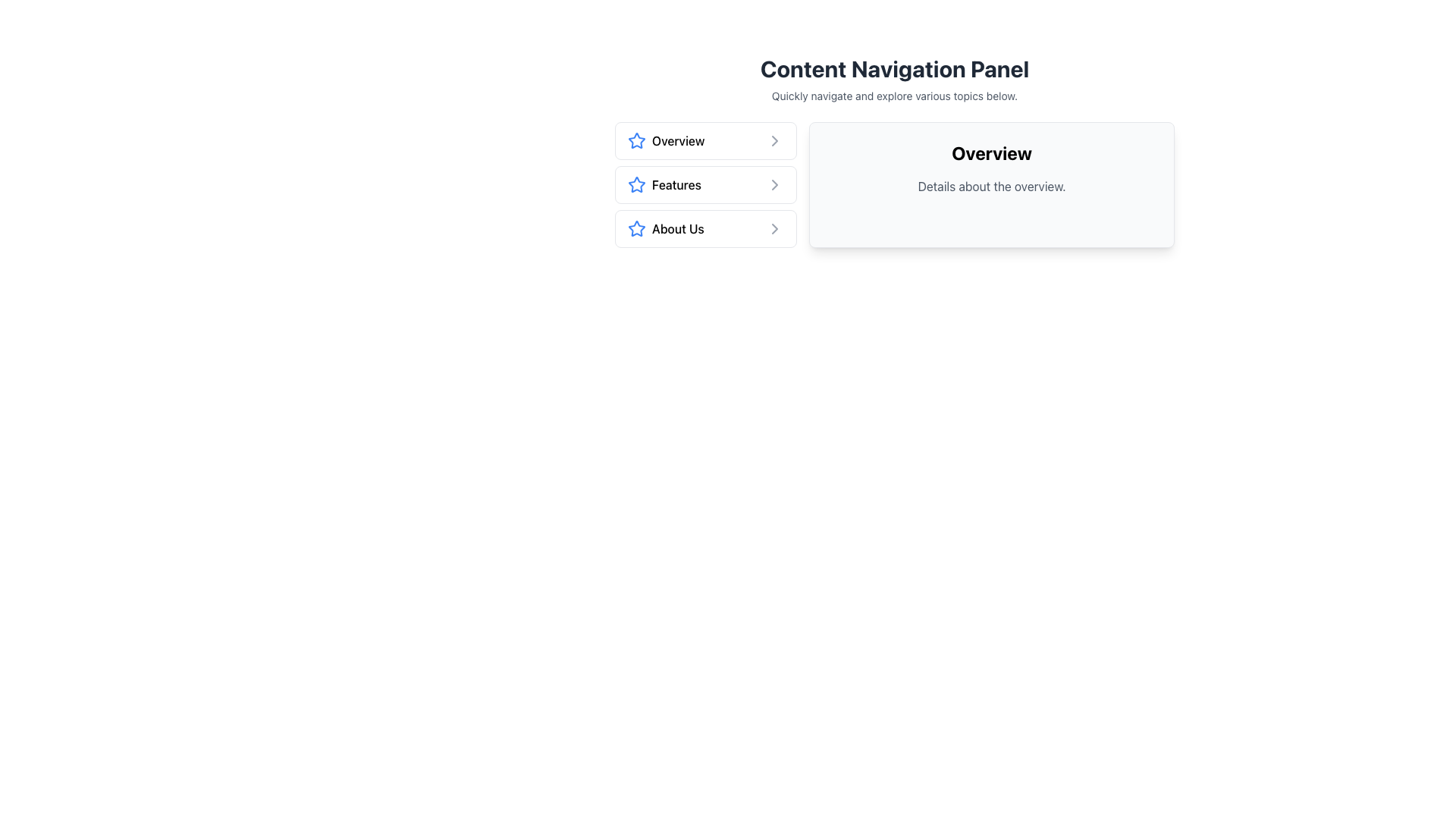  What do you see at coordinates (992, 184) in the screenshot?
I see `information displayed within the Overview card, which features a bold title and a subtitle about the details` at bounding box center [992, 184].